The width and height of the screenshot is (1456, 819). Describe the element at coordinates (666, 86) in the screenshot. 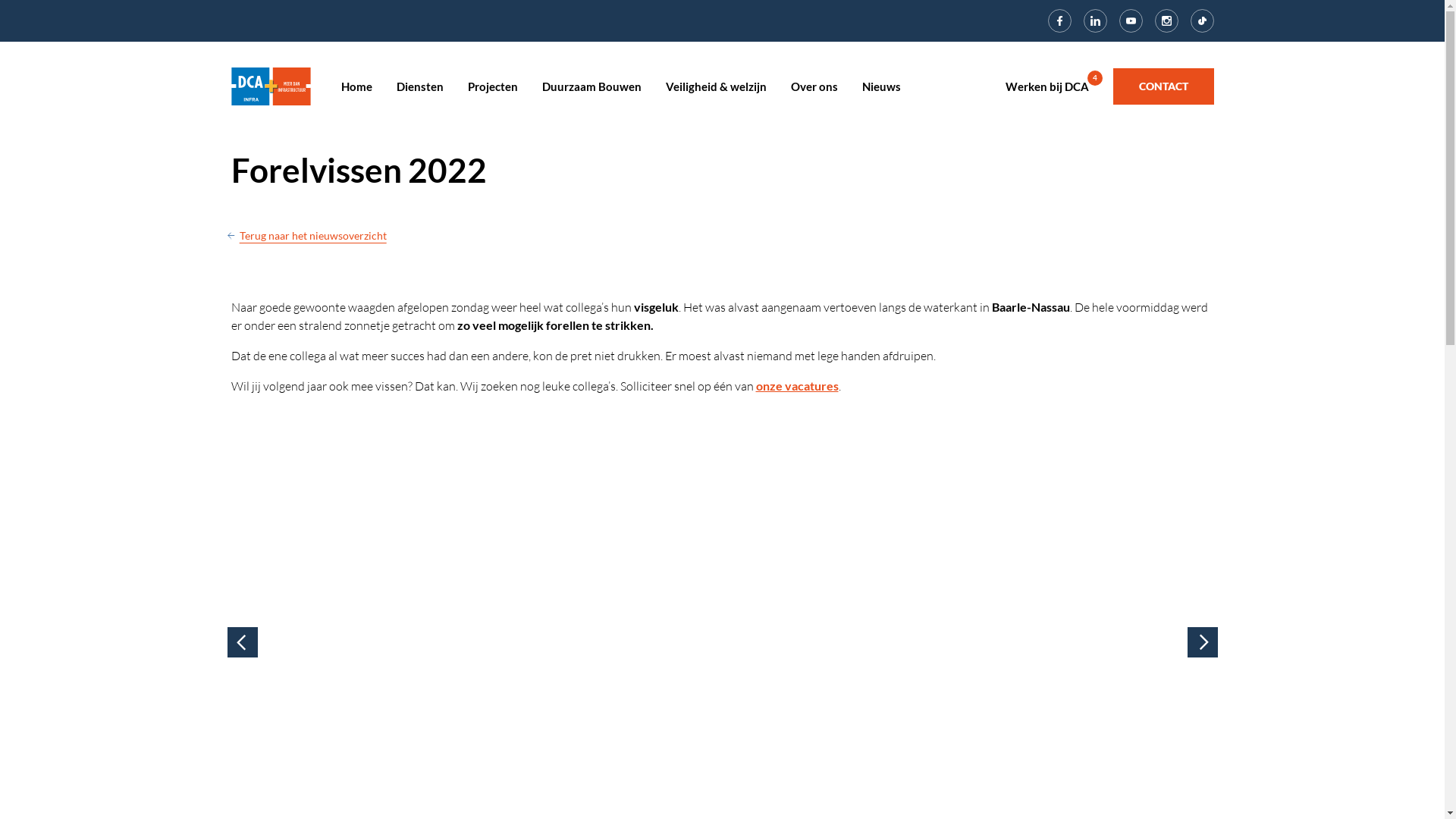

I see `'Veiligheid & welzijn'` at that location.